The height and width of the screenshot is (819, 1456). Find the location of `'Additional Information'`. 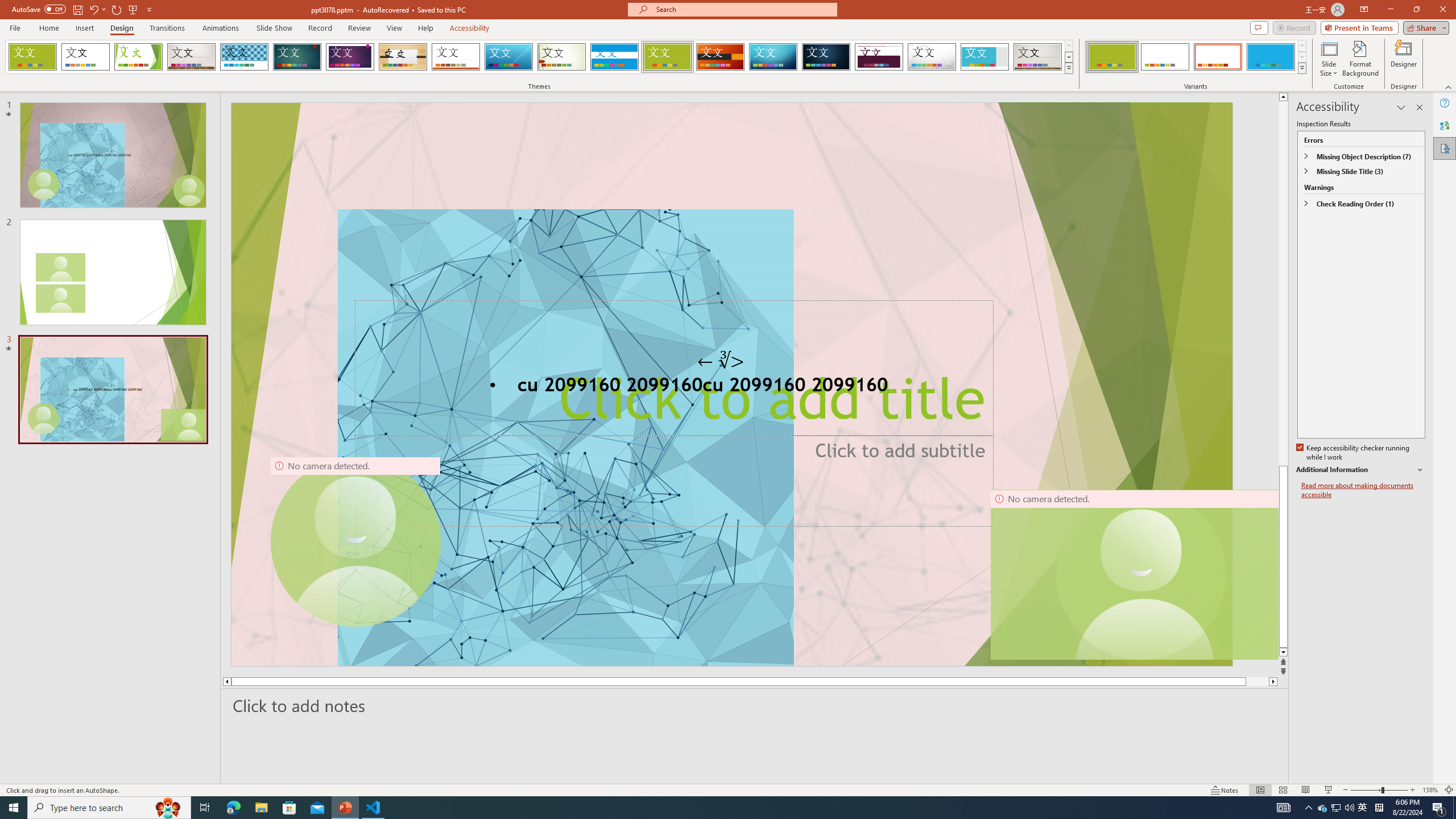

'Additional Information' is located at coordinates (1360, 470).